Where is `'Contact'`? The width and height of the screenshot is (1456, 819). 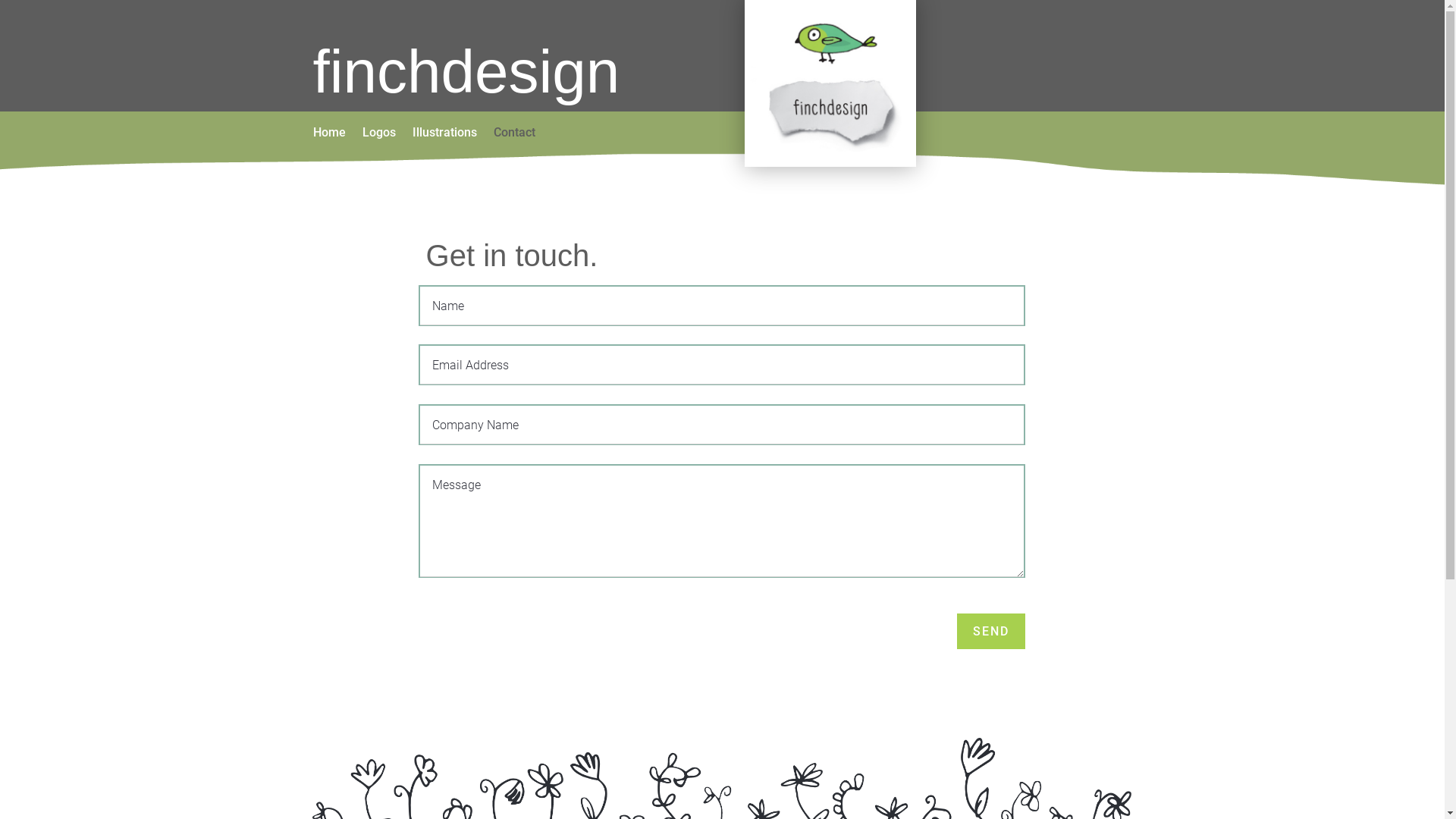 'Contact' is located at coordinates (513, 134).